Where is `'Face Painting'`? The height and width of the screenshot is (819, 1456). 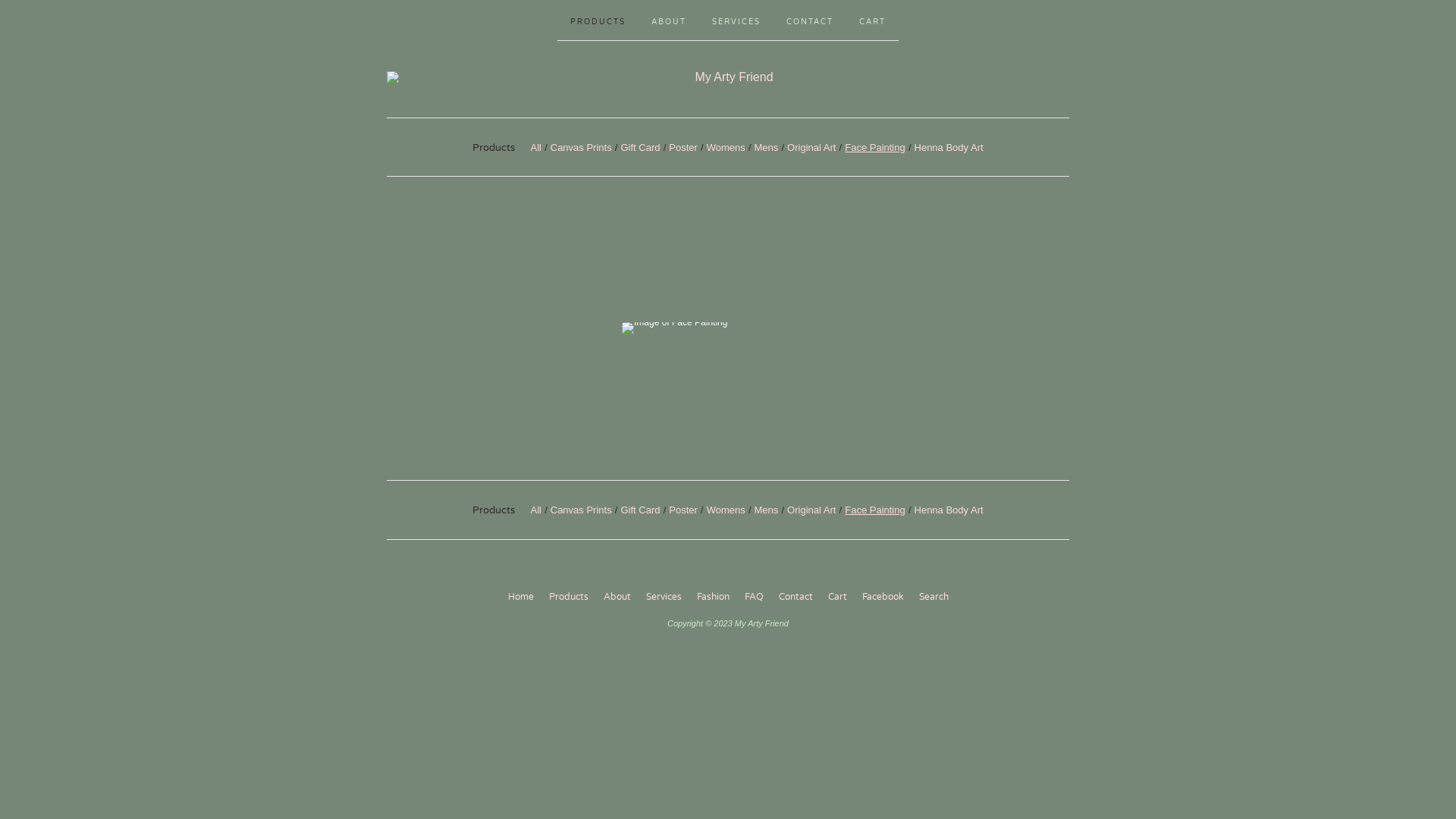 'Face Painting' is located at coordinates (874, 146).